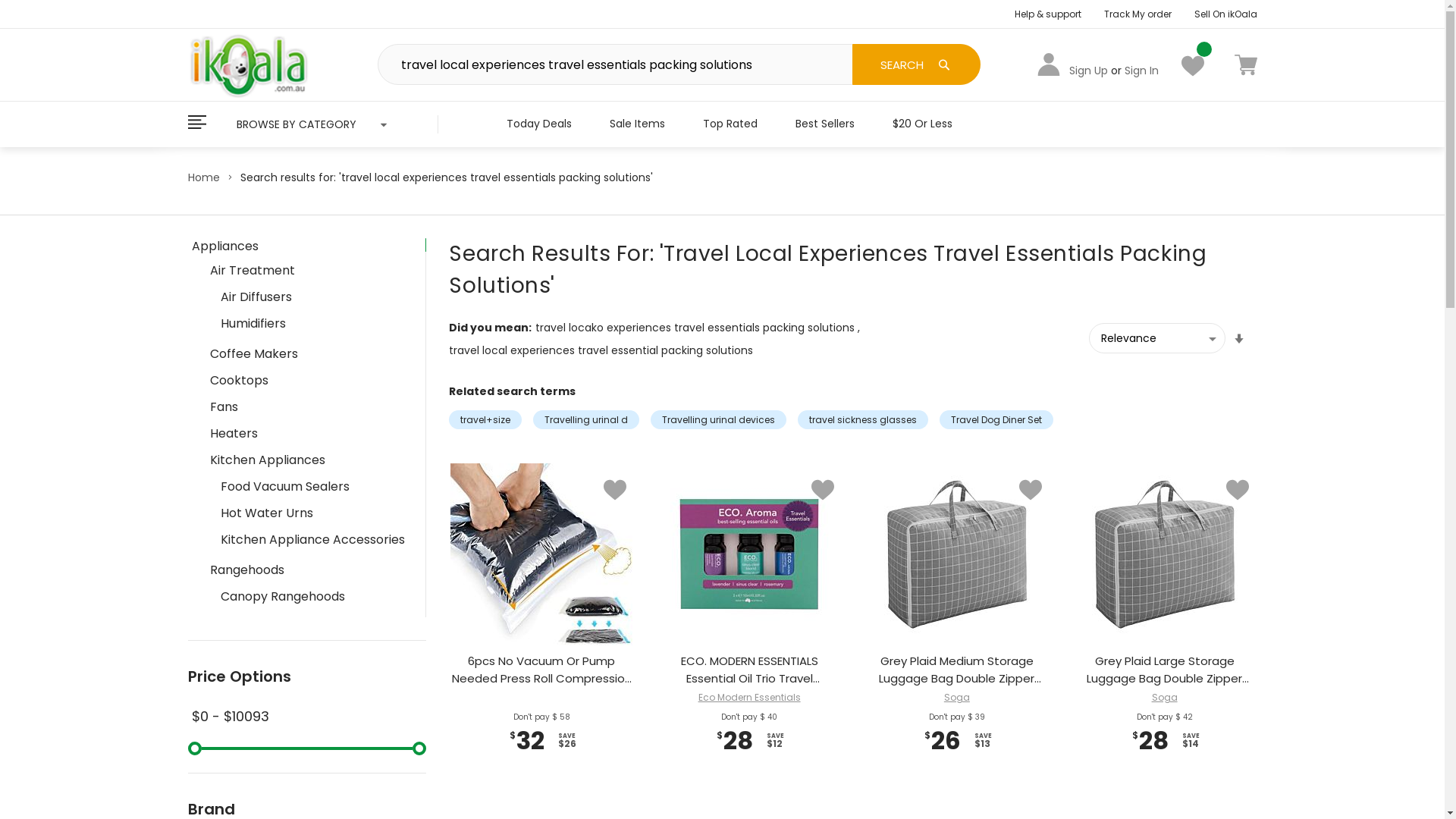 This screenshot has width=1456, height=819. Describe the element at coordinates (1164, 697) in the screenshot. I see `'Soga'` at that location.